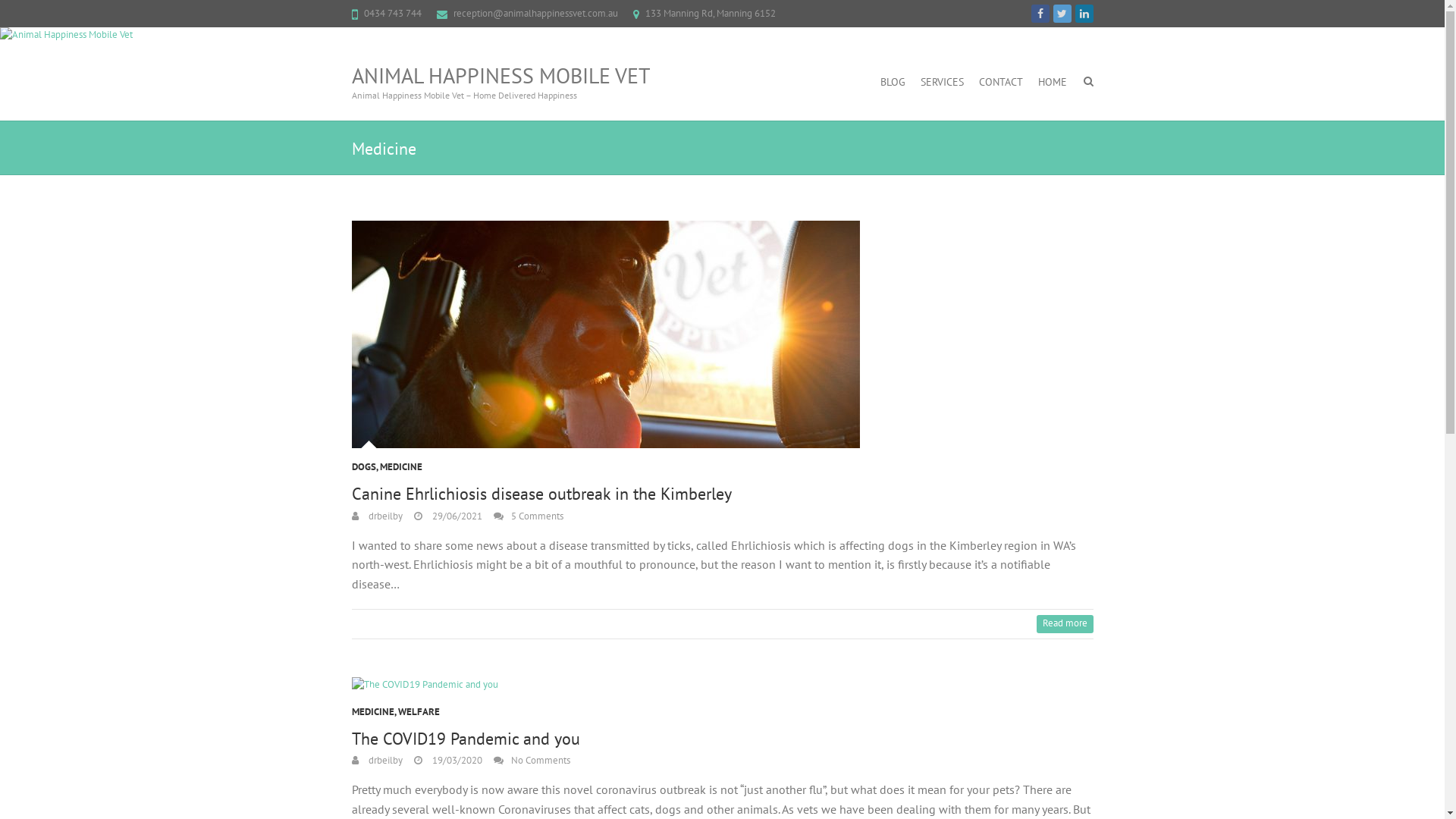  I want to click on '5 Comments', so click(528, 515).